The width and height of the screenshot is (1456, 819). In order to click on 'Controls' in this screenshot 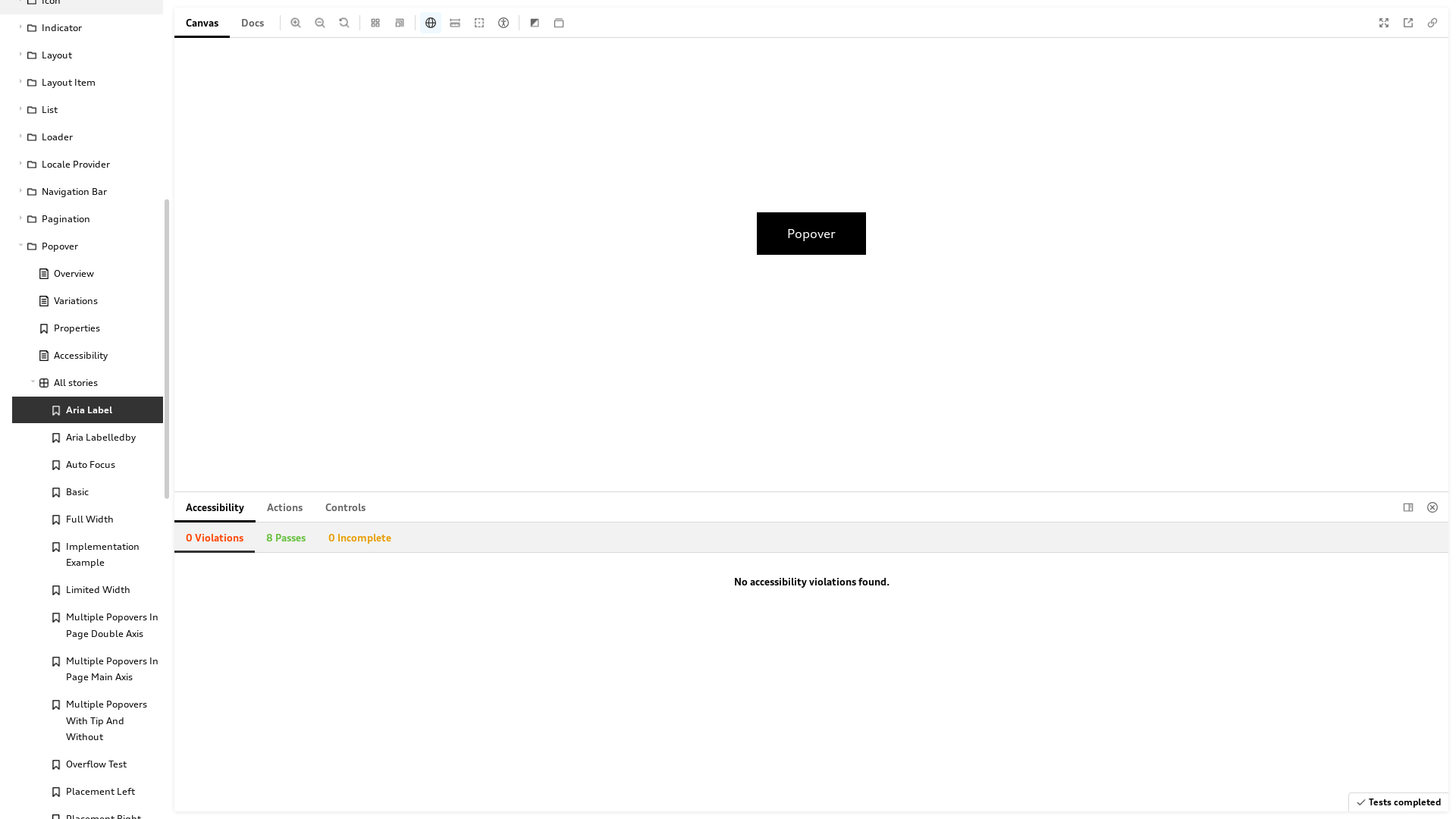, I will do `click(312, 507)`.